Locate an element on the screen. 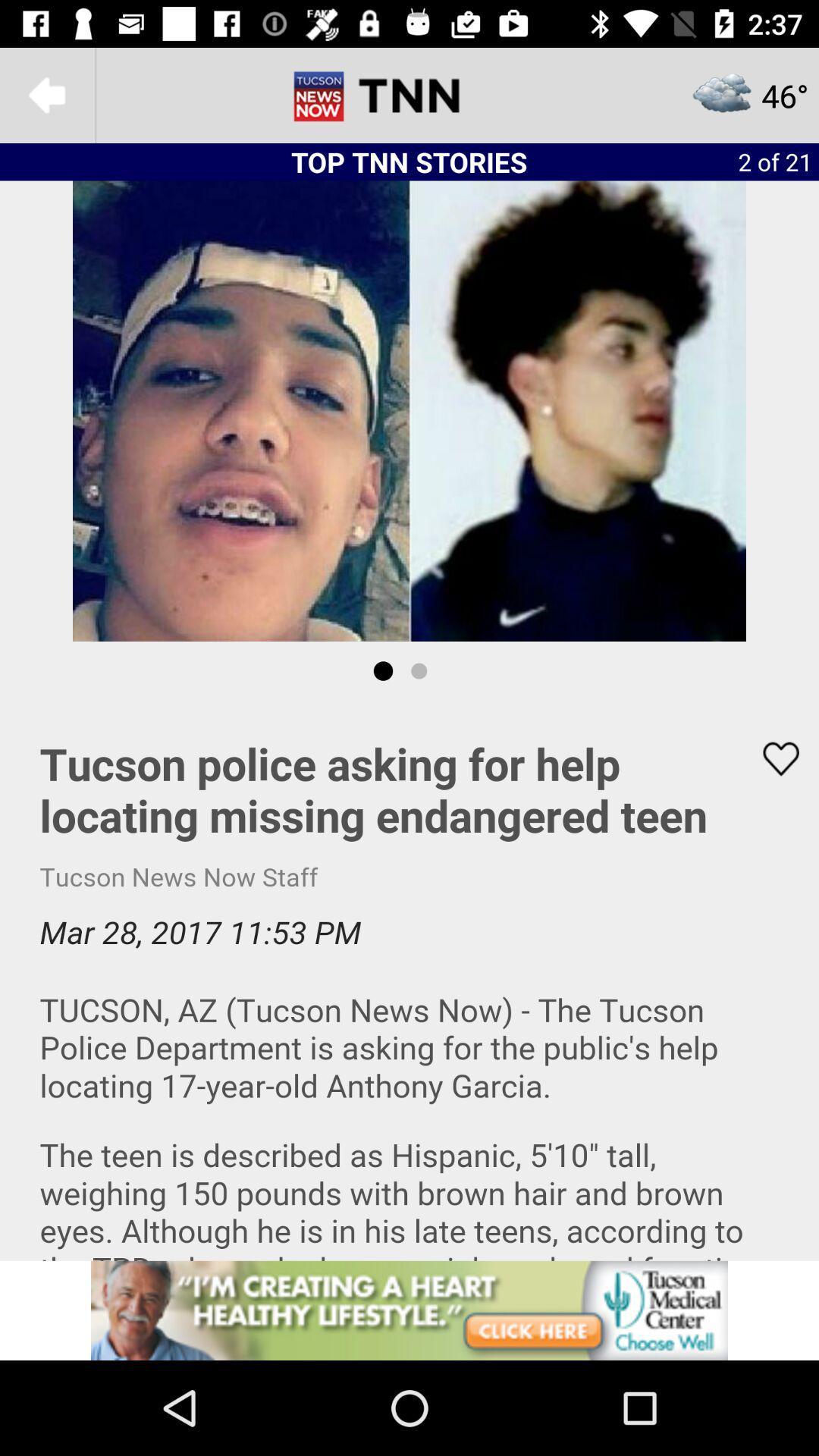 The height and width of the screenshot is (1456, 819). tnn option is located at coordinates (409, 94).